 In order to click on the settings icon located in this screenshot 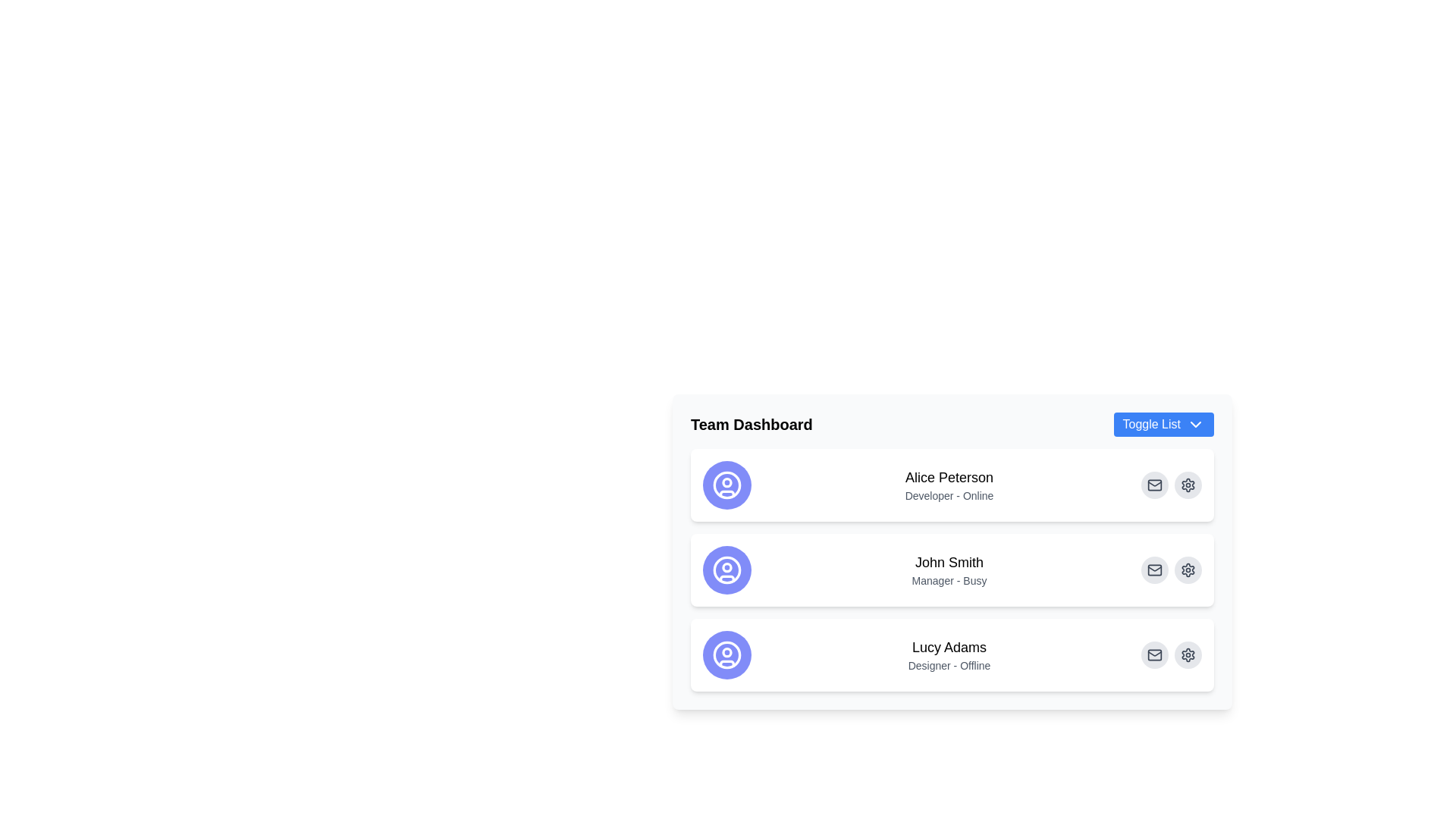, I will do `click(1187, 654)`.